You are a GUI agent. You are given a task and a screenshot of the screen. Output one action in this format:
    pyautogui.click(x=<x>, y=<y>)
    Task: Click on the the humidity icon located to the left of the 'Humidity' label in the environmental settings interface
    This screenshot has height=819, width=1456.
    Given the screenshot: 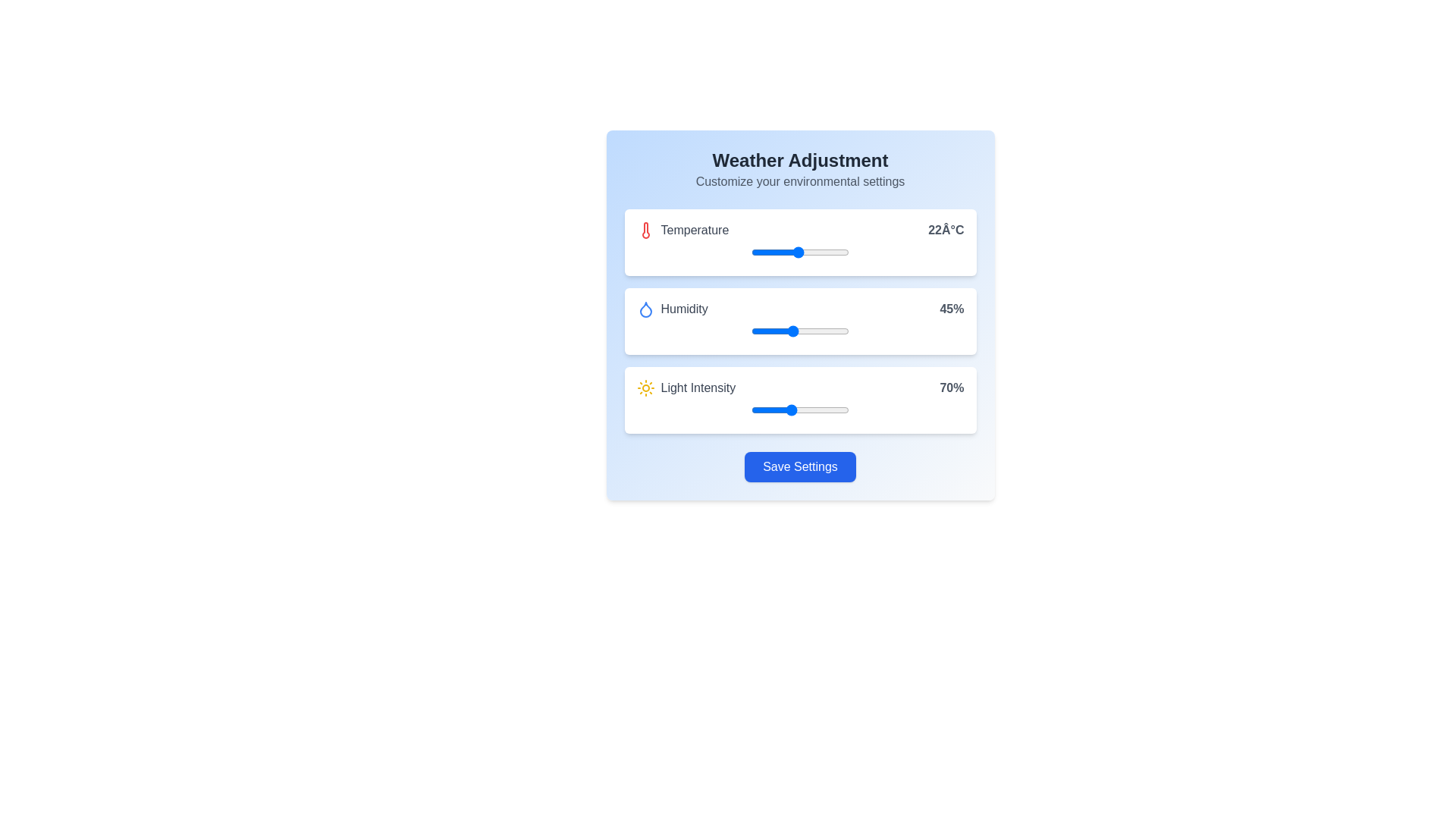 What is the action you would take?
    pyautogui.click(x=645, y=309)
    